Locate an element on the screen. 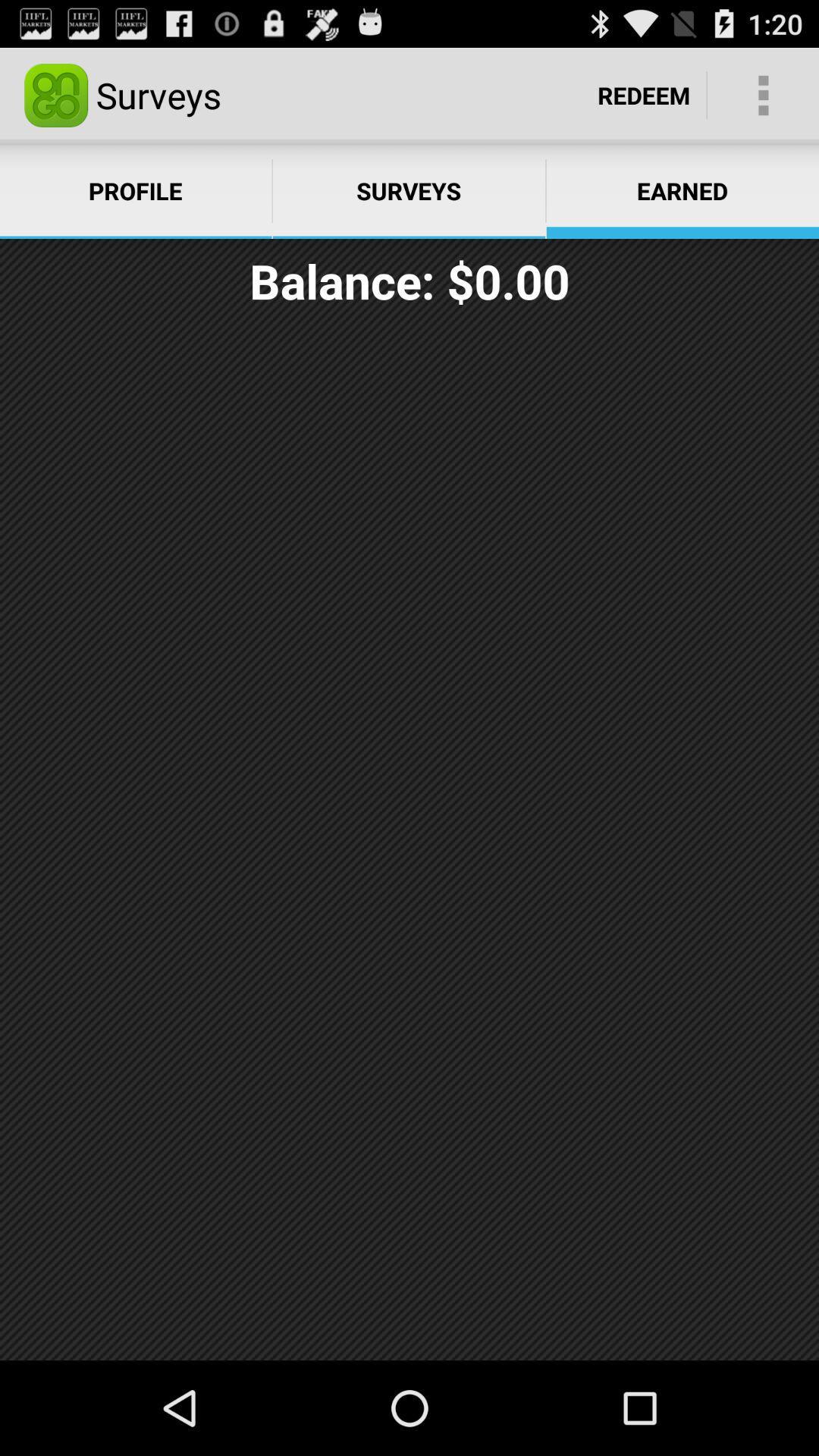  the item to the right of the redeem is located at coordinates (763, 94).